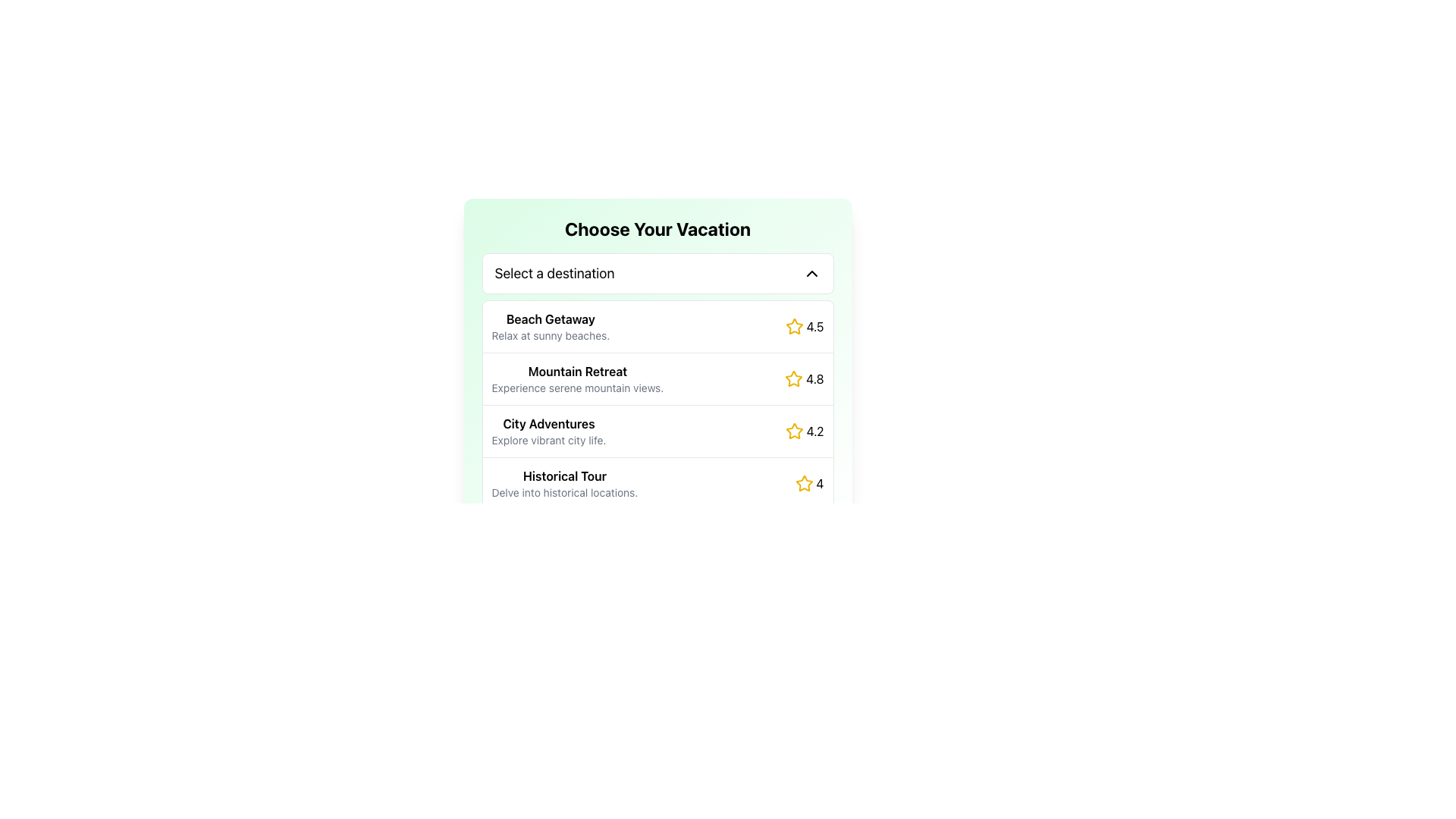 The image size is (1456, 819). I want to click on the Text Display element that shows the vacation destination option between 'Mountain Retreat' and 'Historical Tour' in the 'Choose Your Vacation' list to focus, so click(548, 431).